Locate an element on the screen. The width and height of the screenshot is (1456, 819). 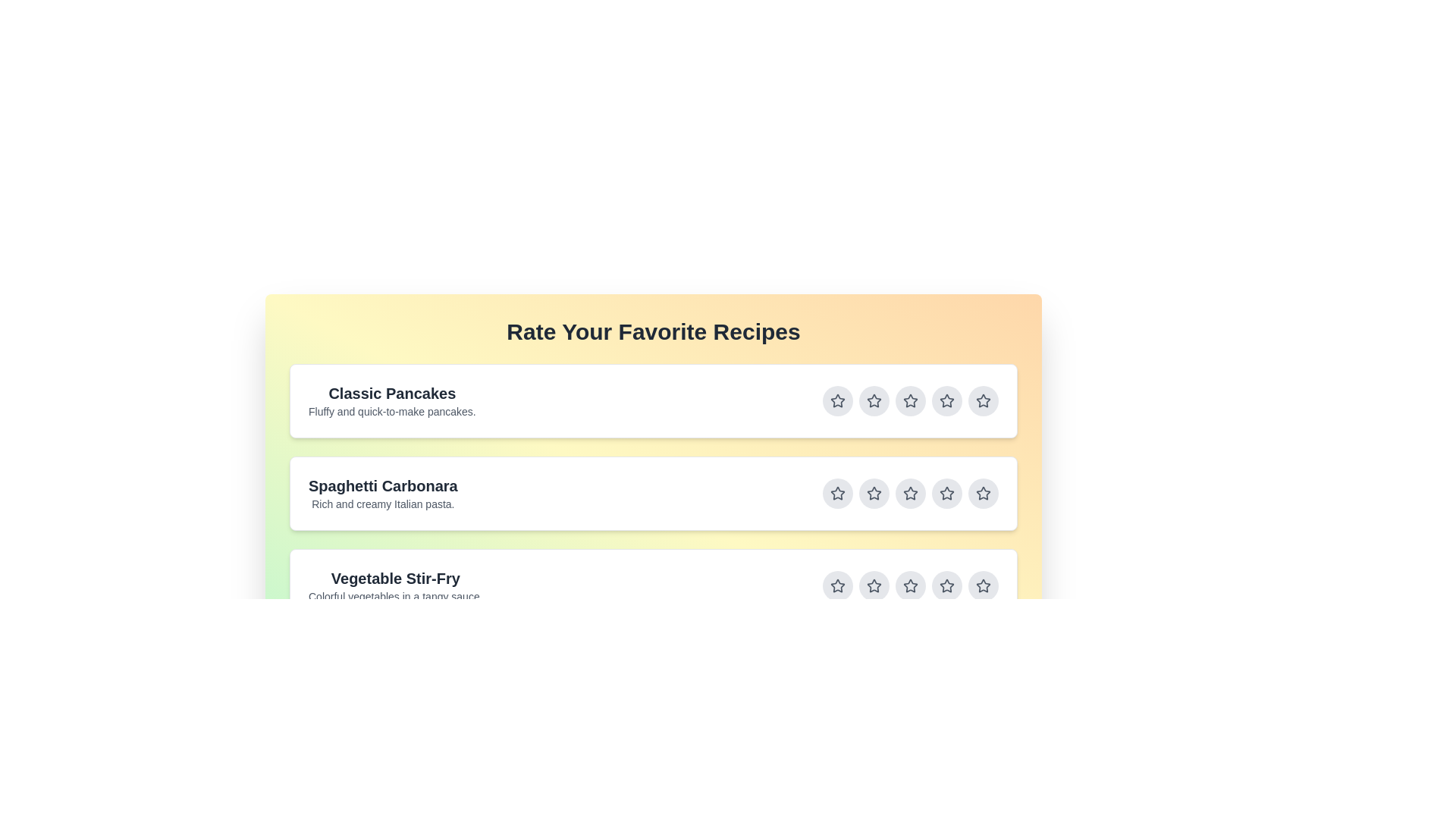
the star button for rating 5 of the recipe Vegetable Stir-Fry is located at coordinates (983, 585).